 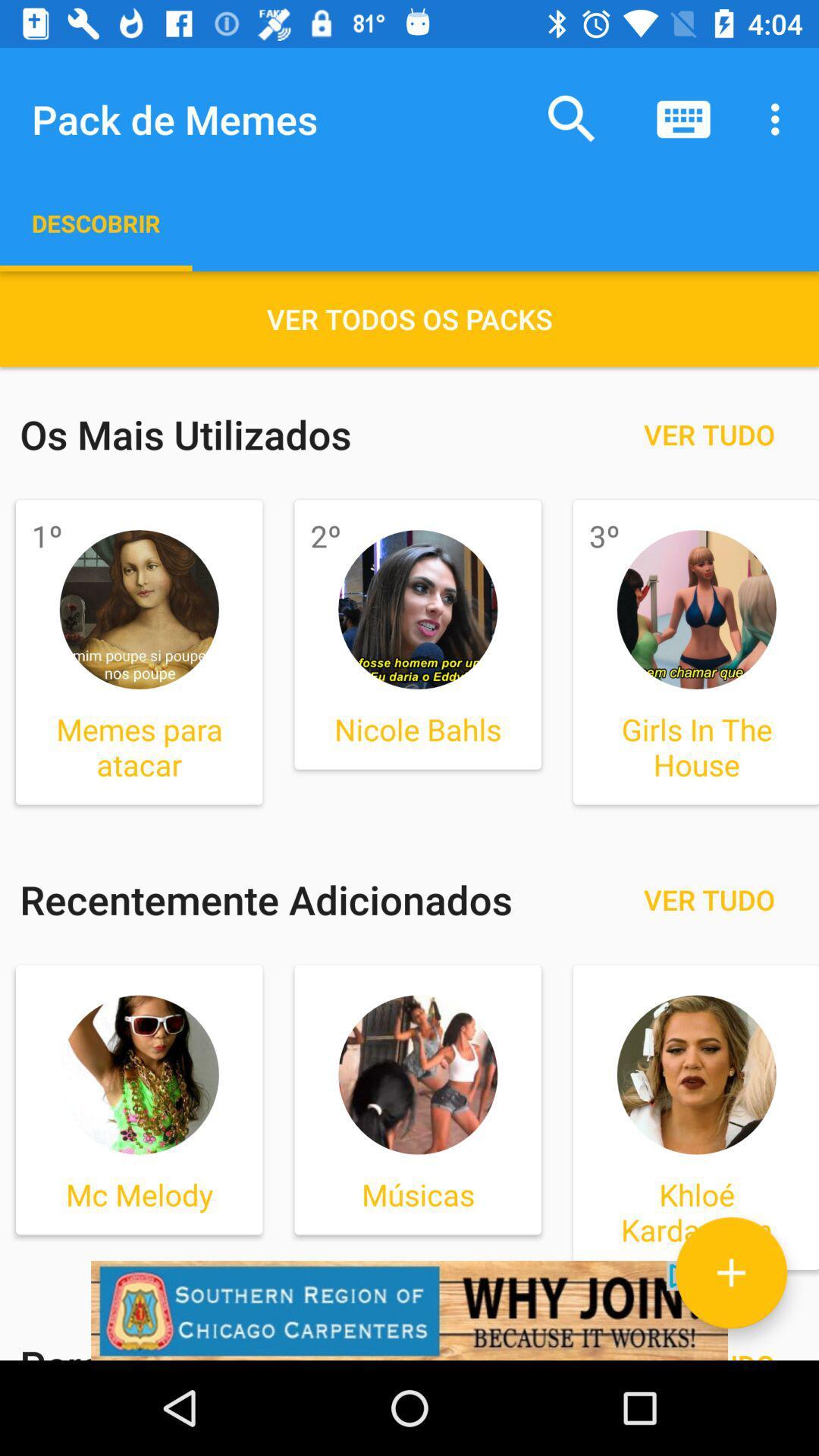 What do you see at coordinates (409, 1310) in the screenshot?
I see `advertising` at bounding box center [409, 1310].